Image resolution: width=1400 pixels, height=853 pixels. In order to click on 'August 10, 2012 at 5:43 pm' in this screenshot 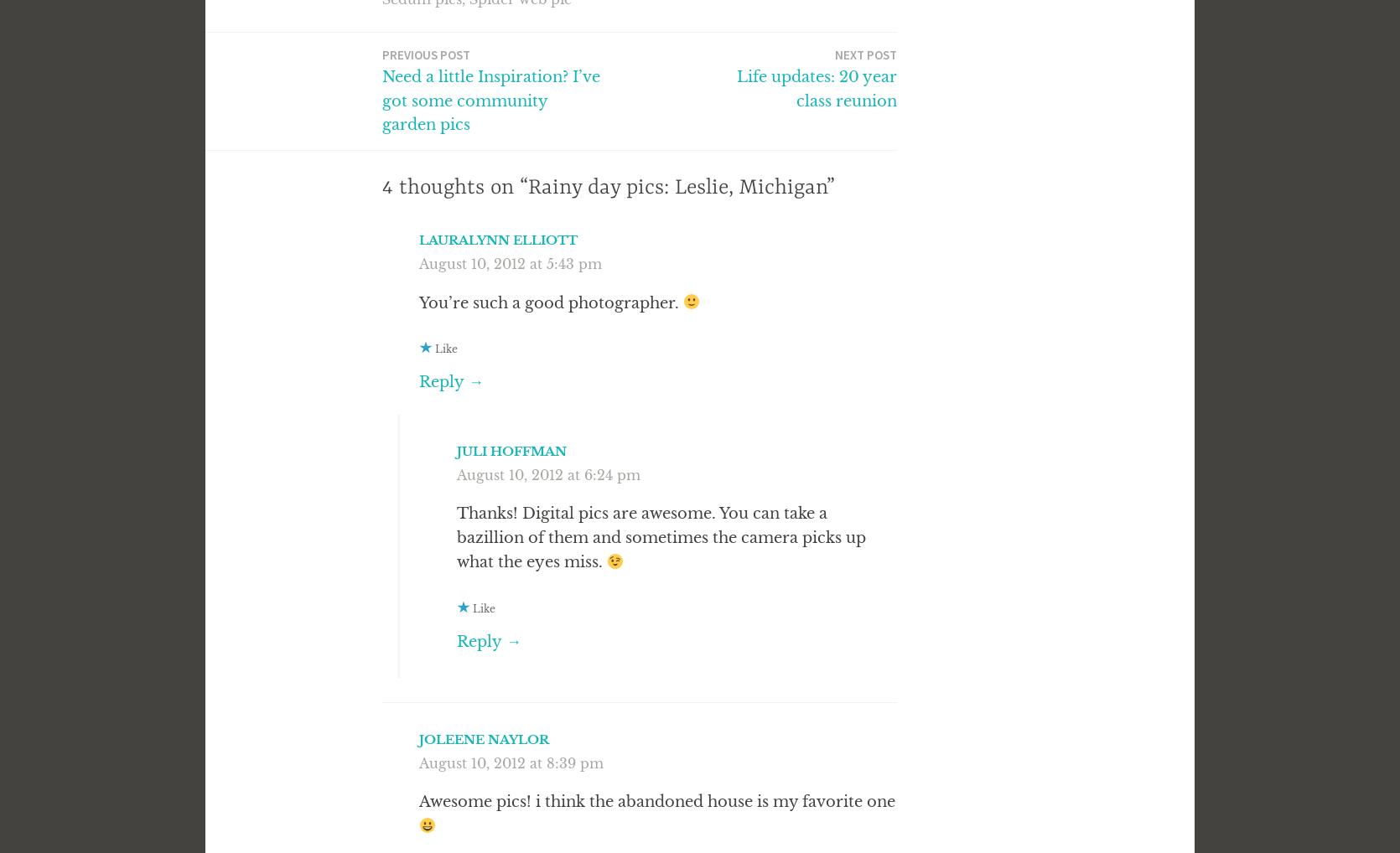, I will do `click(510, 261)`.